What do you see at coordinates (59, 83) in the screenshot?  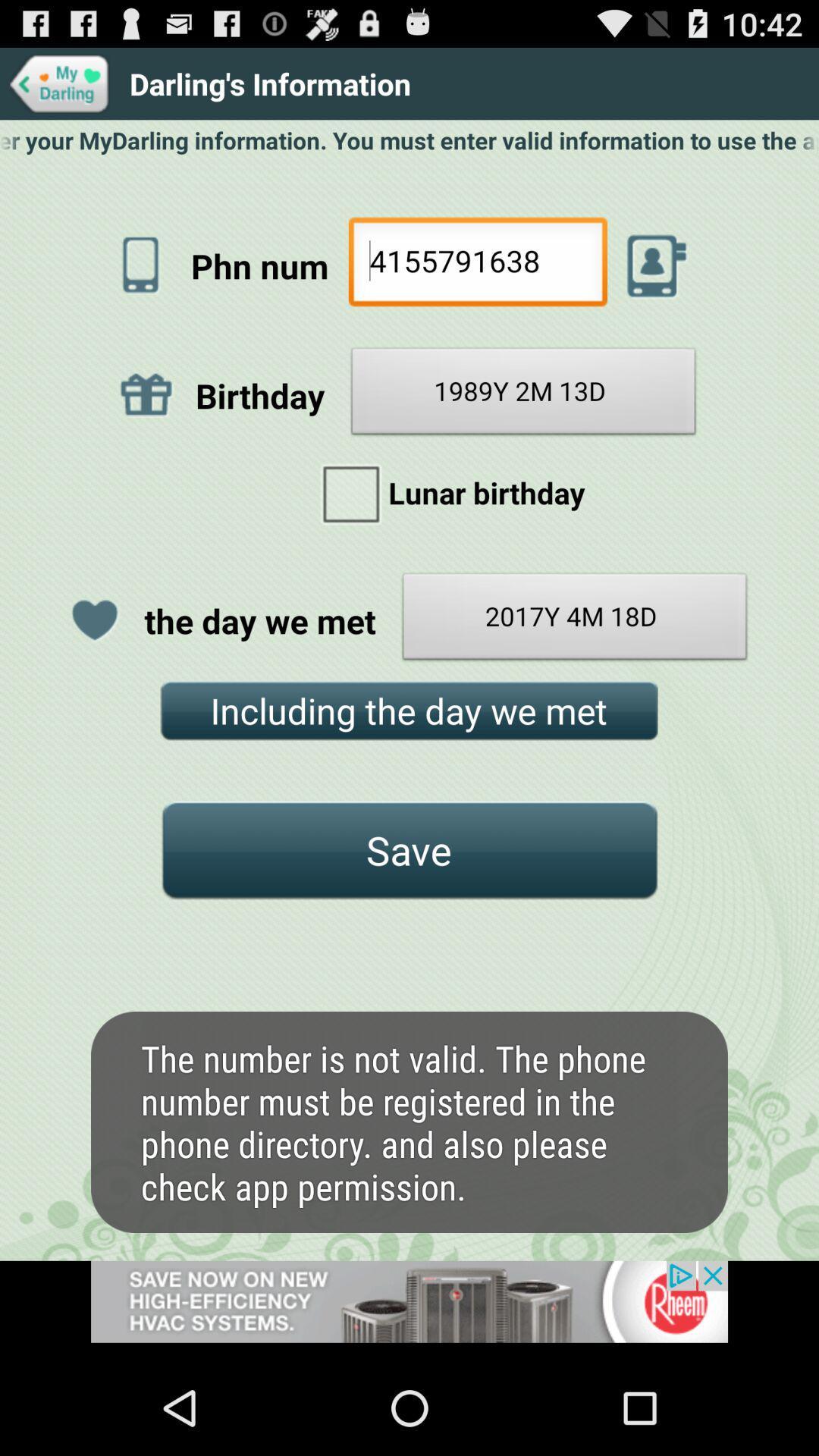 I see `go back` at bounding box center [59, 83].